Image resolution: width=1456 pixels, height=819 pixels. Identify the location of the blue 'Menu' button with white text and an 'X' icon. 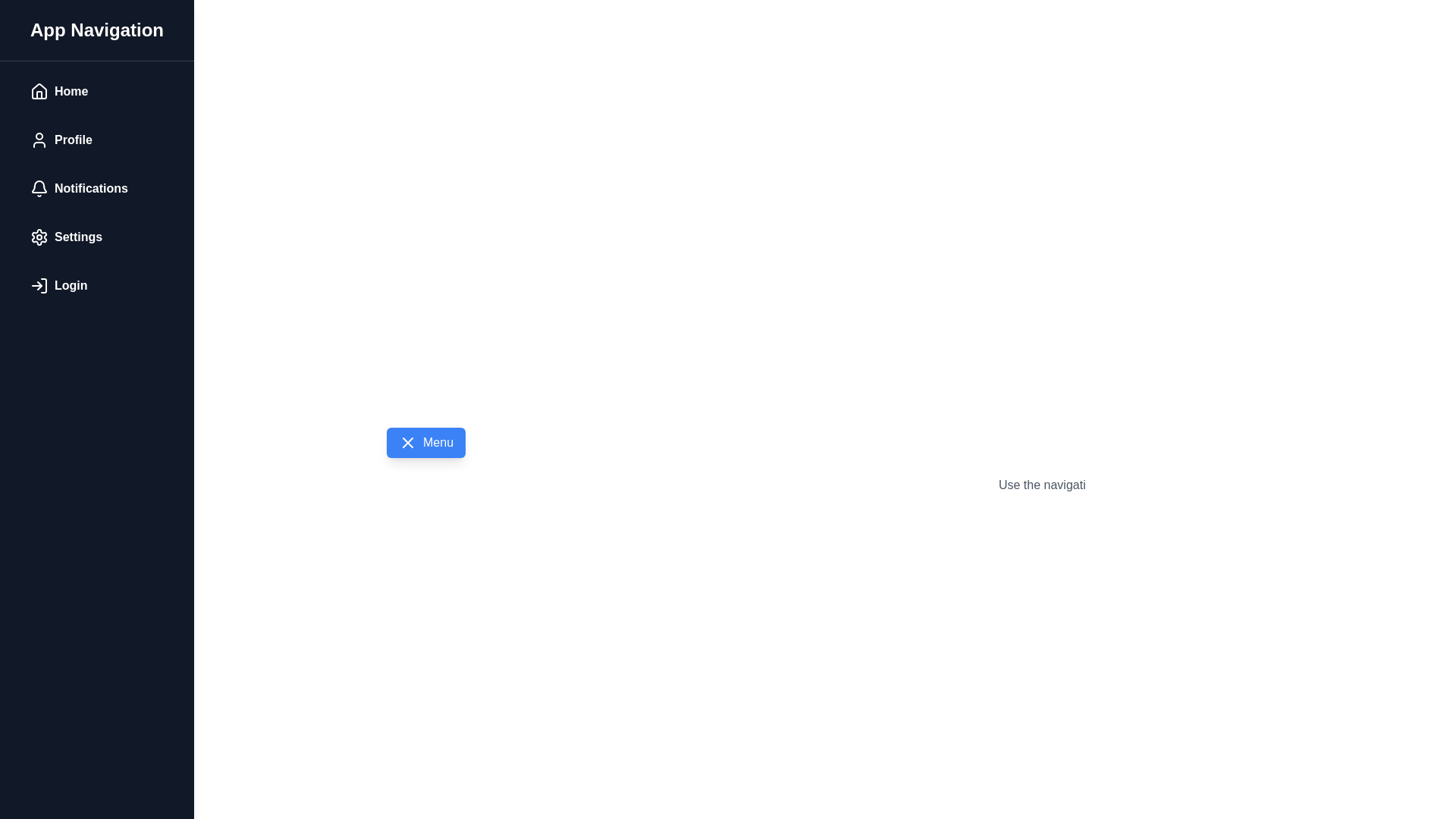
(425, 442).